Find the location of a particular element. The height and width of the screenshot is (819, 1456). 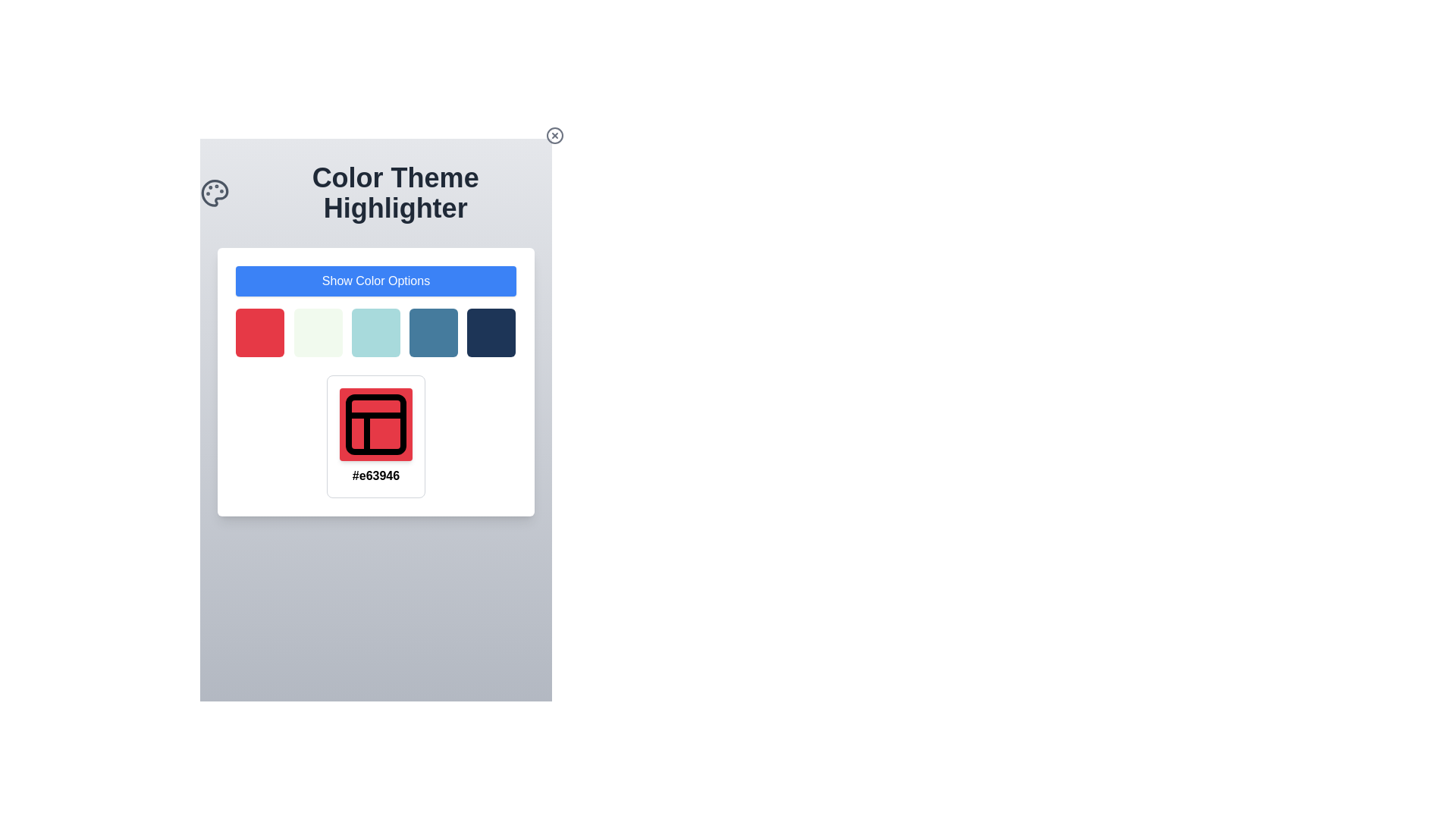

the header section containing the text 'Color Theme Highlighter' with an adjacent painter's palette icon, centrally aligned just below the close button is located at coordinates (375, 192).